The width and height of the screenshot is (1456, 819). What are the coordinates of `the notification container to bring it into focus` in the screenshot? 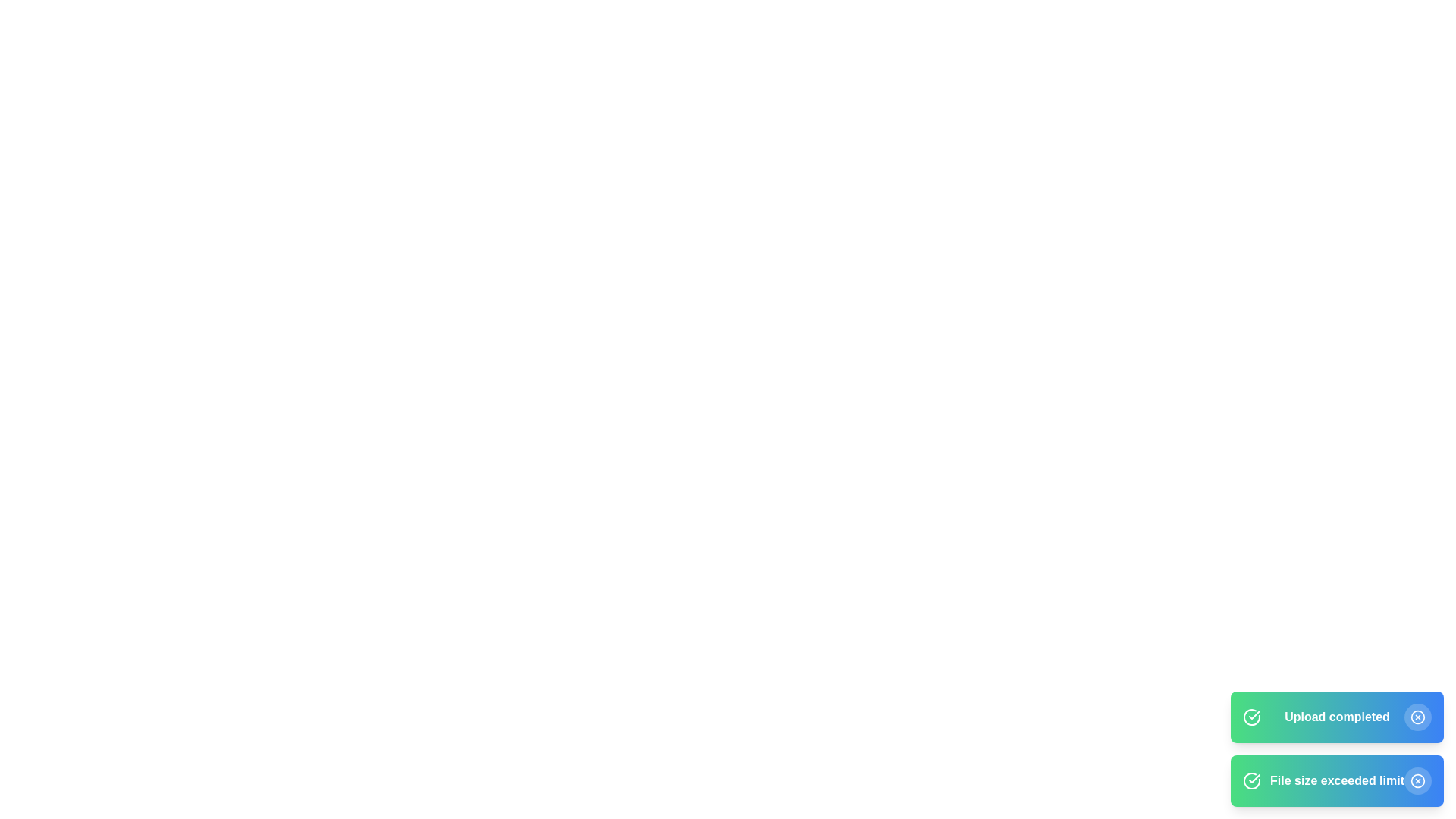 It's located at (1336, 748).